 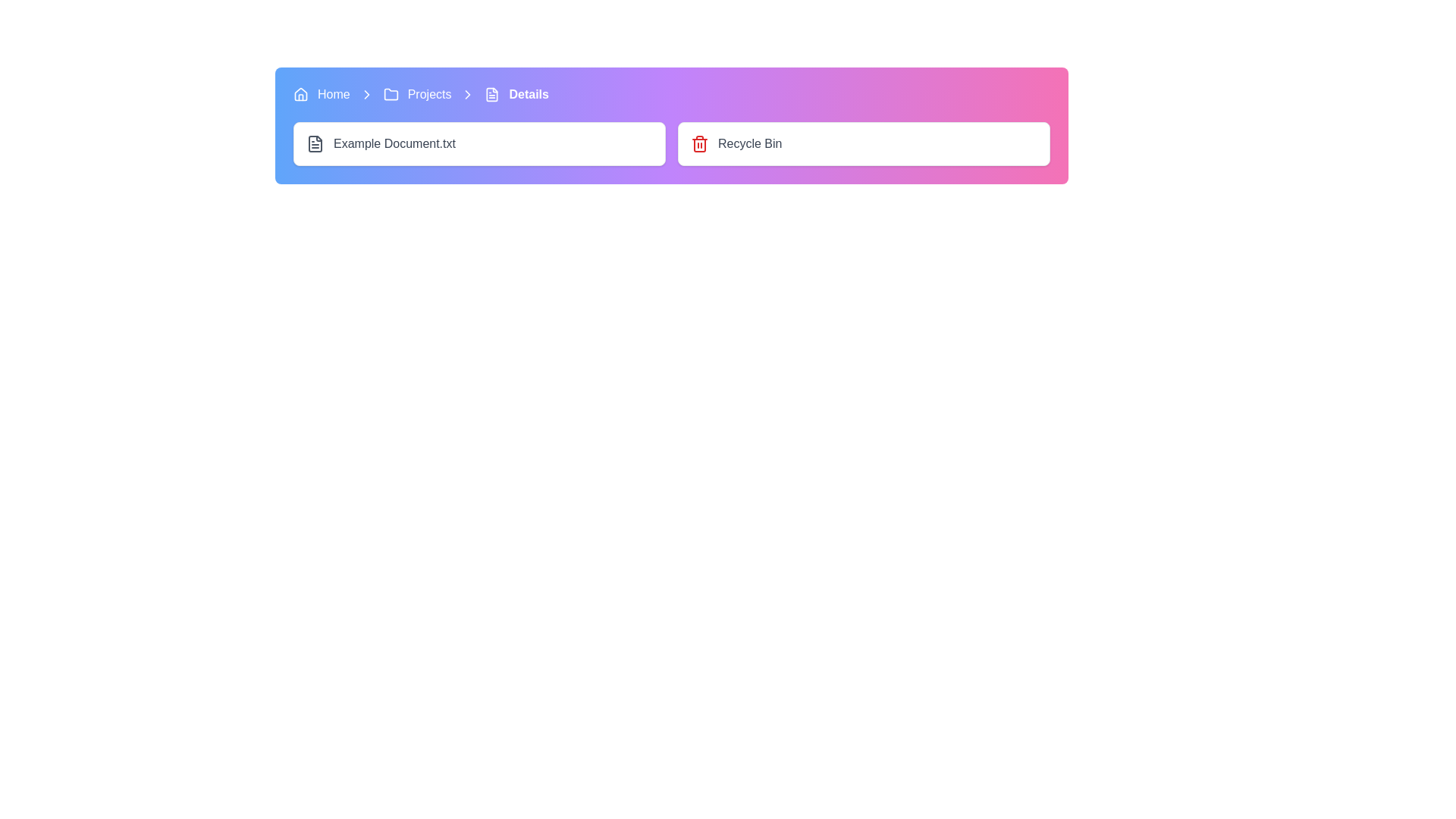 I want to click on properties of the rightward-pointing chevron icon in the breadcrumb navigation system, located between 'Projects' and 'Details', so click(x=366, y=94).